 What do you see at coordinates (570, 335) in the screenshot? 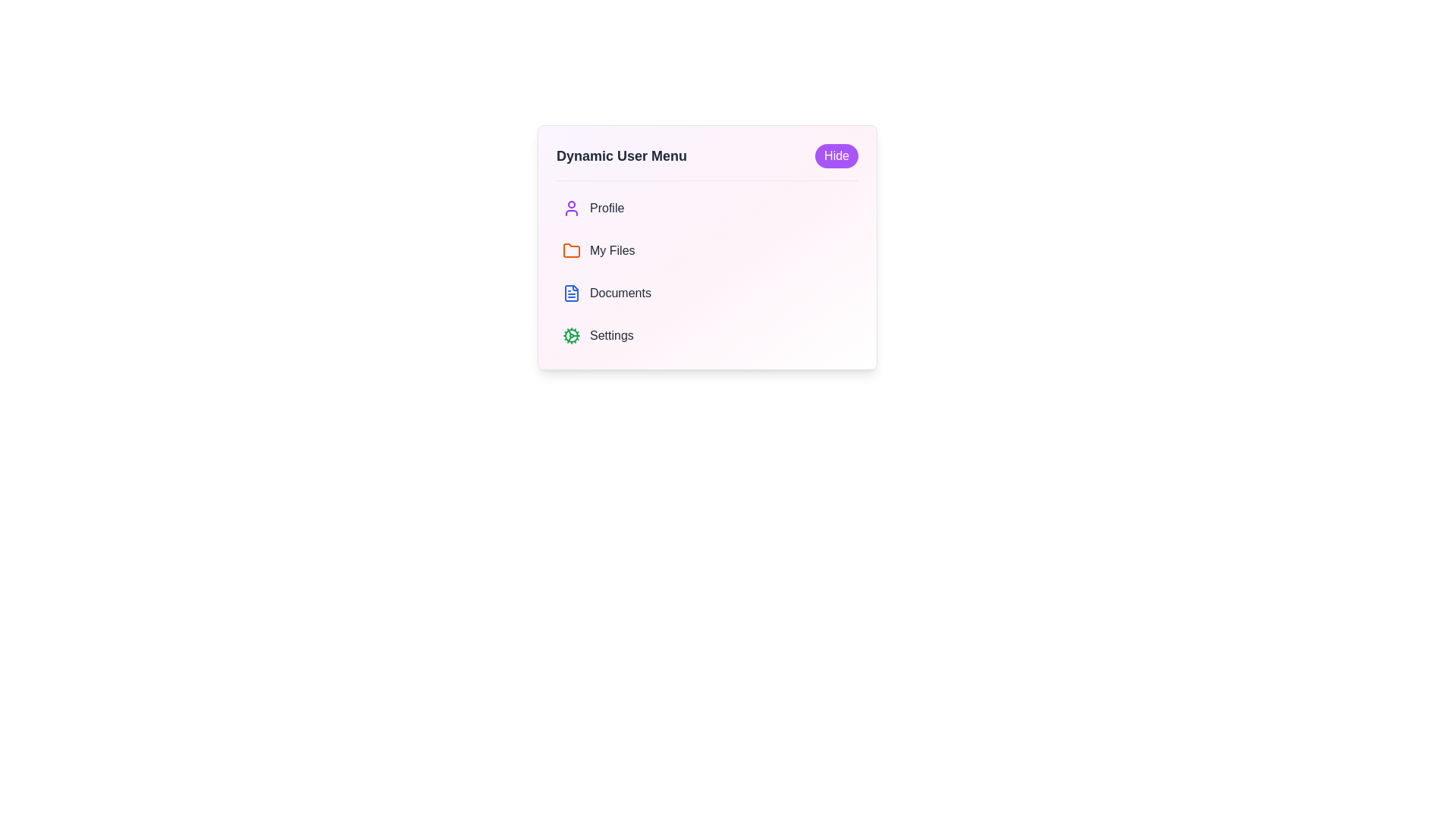
I see `the green cogwheel icon in the settings section of the user menu` at bounding box center [570, 335].